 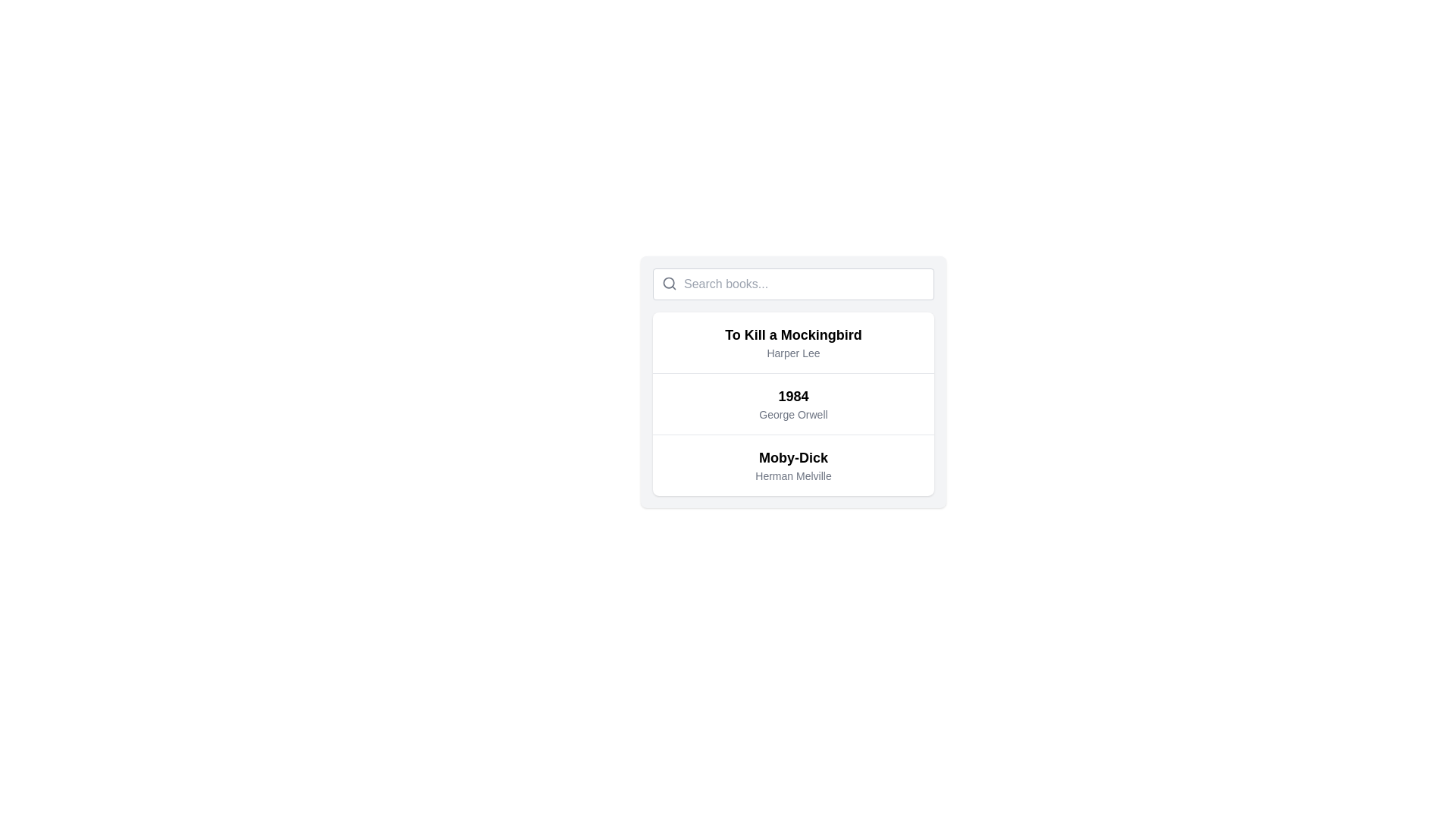 I want to click on the first book list item displaying the title and author's name, so click(x=792, y=342).